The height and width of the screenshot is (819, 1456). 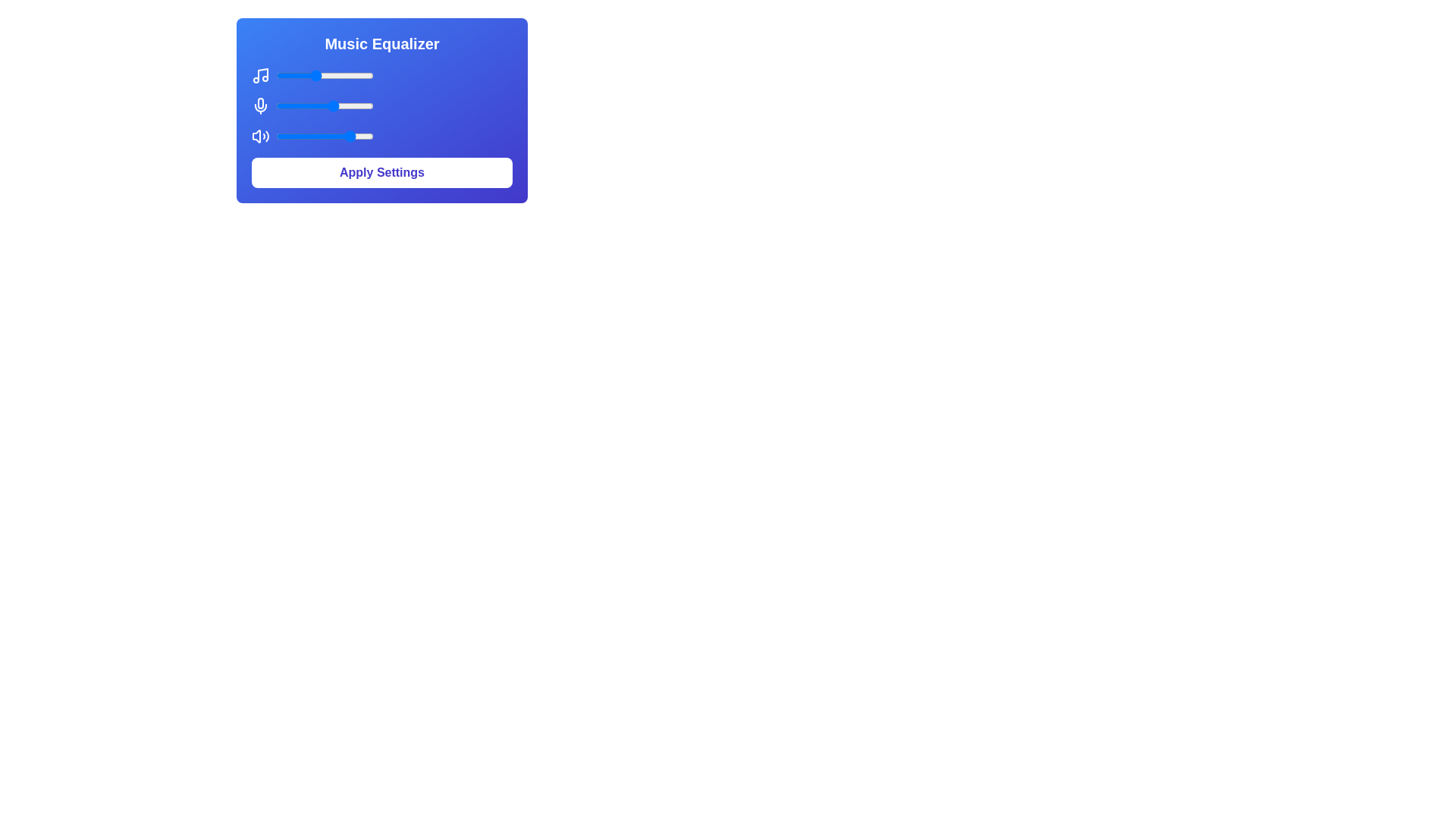 What do you see at coordinates (301, 105) in the screenshot?
I see `the slider value` at bounding box center [301, 105].